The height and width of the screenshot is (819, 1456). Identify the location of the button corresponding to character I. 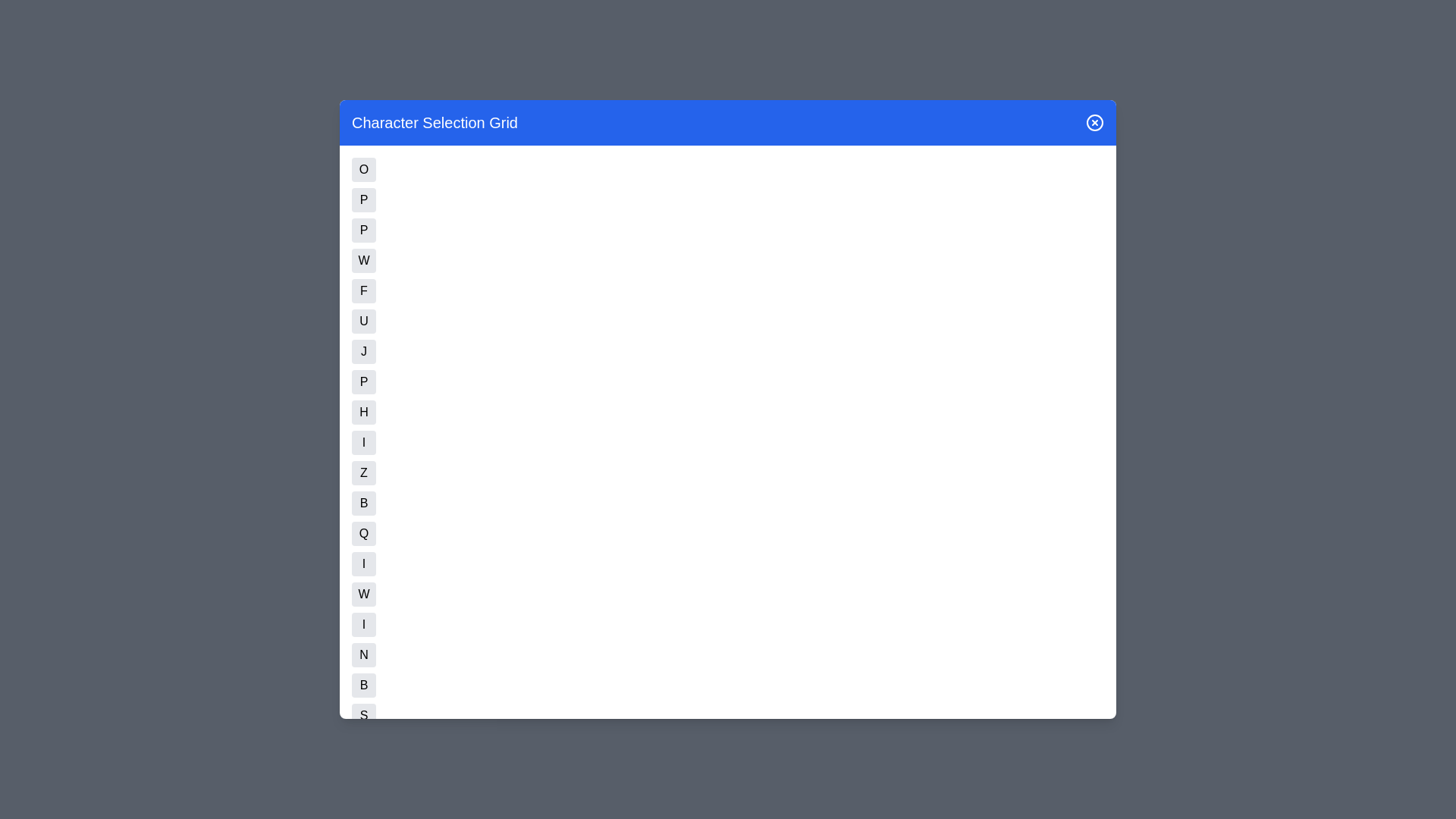
(364, 564).